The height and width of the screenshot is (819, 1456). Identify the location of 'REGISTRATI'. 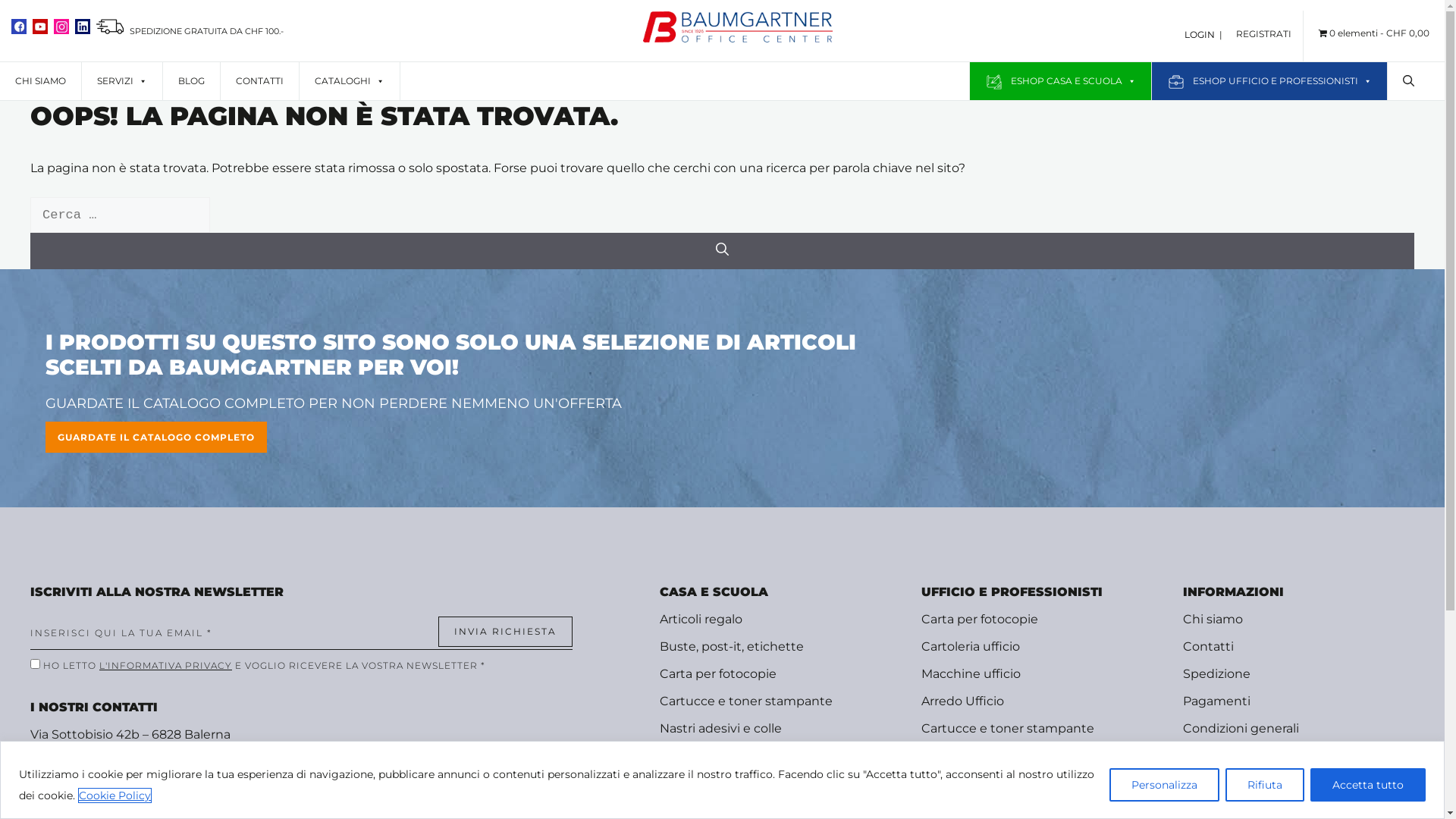
(1269, 26).